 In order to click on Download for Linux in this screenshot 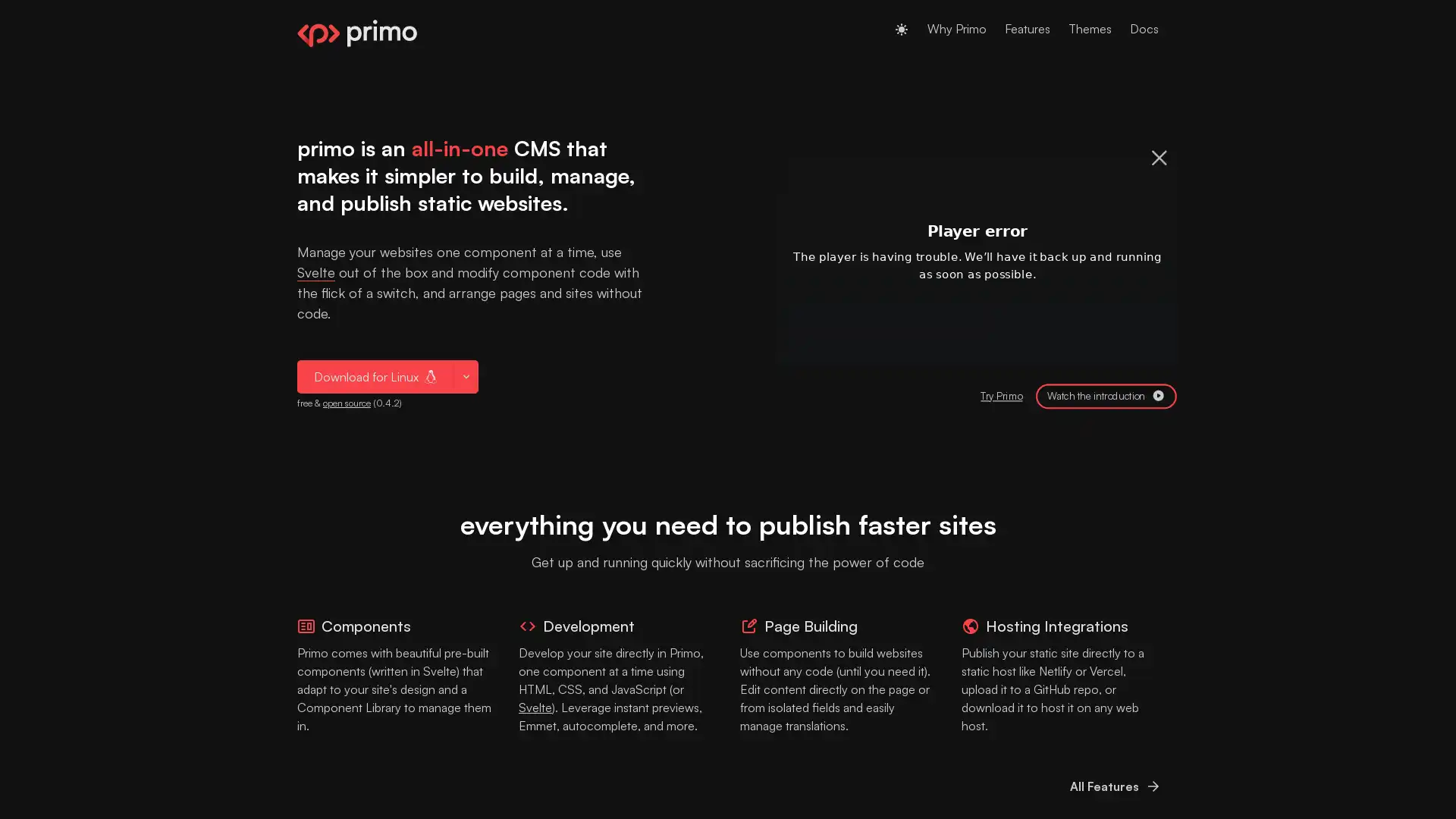, I will do `click(375, 375)`.